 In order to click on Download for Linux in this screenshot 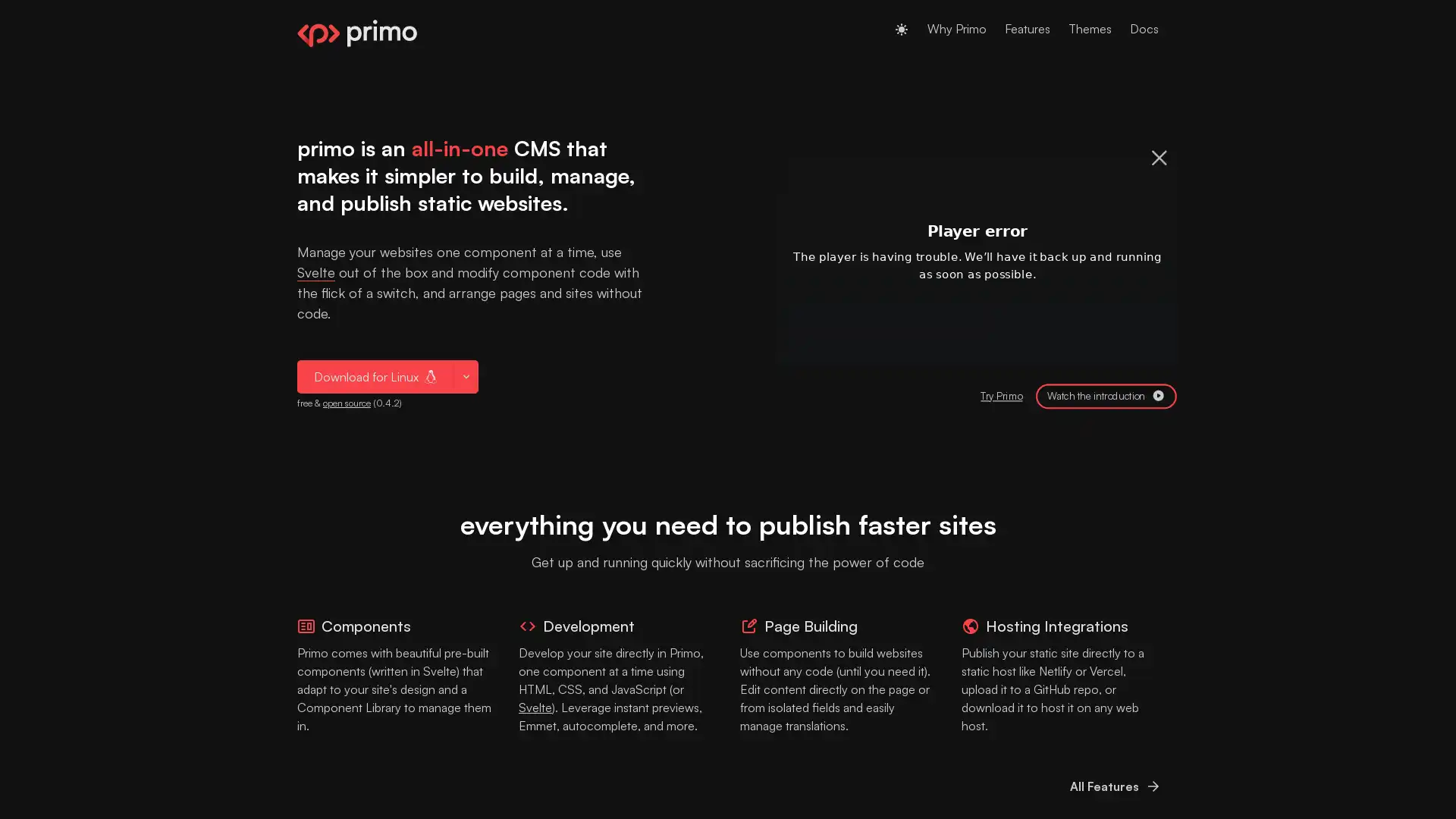, I will do `click(375, 375)`.